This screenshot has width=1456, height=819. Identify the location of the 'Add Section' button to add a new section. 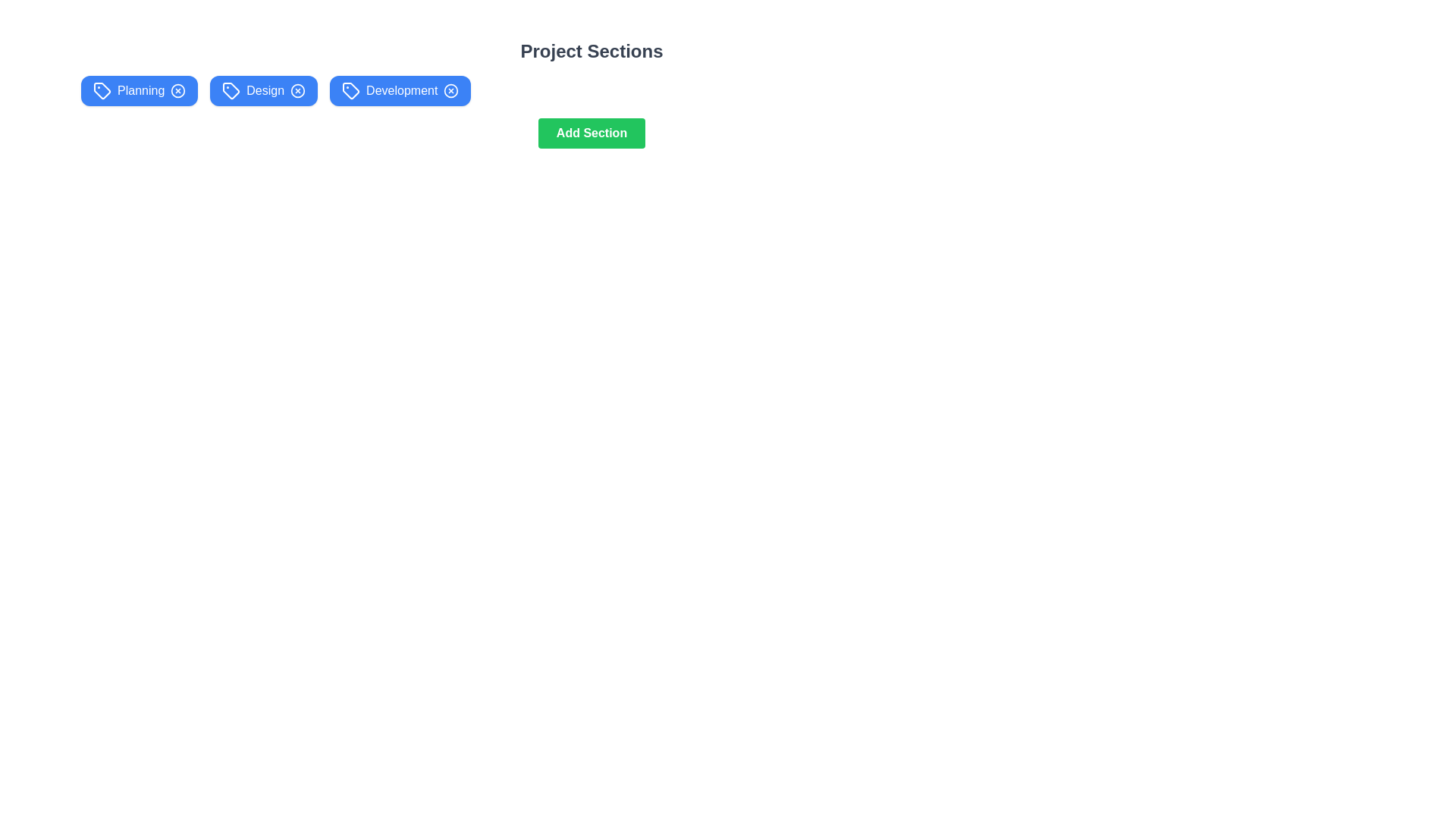
(591, 133).